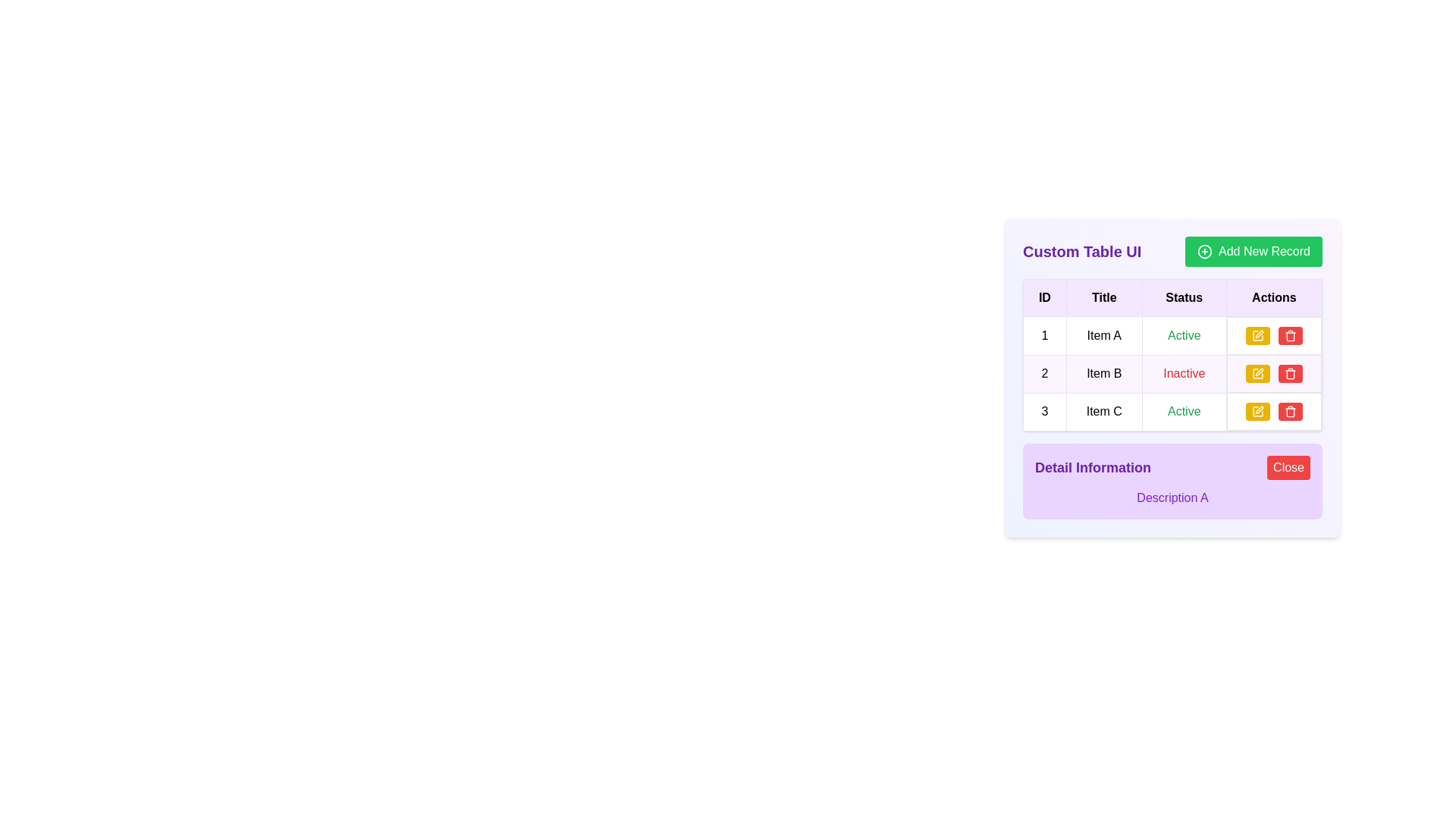 The image size is (1456, 819). What do you see at coordinates (1288, 467) in the screenshot?
I see `the button located in the bottom right corner of the 'Detail Information' section` at bounding box center [1288, 467].